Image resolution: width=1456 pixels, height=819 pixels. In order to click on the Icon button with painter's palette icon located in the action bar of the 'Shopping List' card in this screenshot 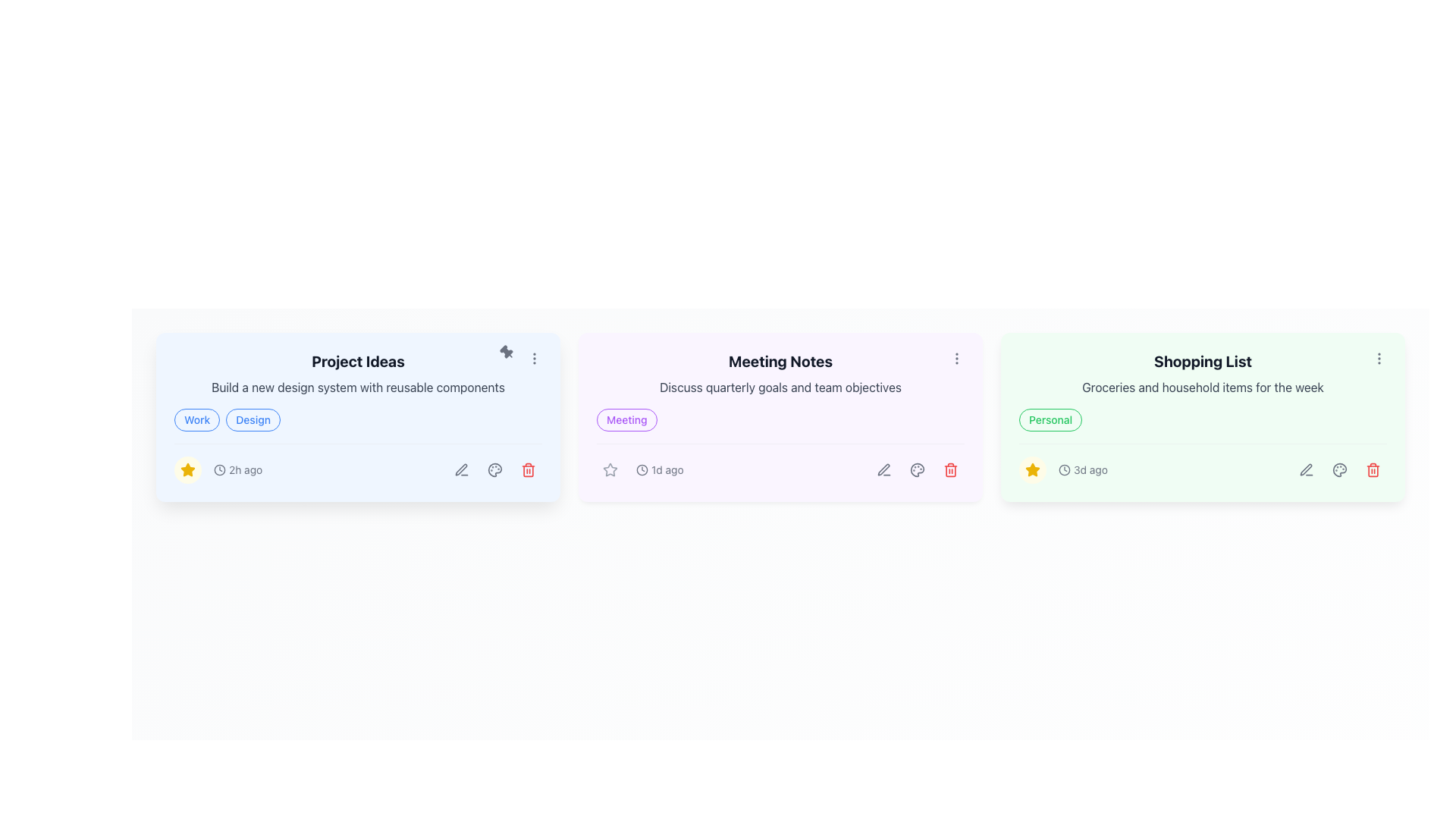, I will do `click(1339, 469)`.